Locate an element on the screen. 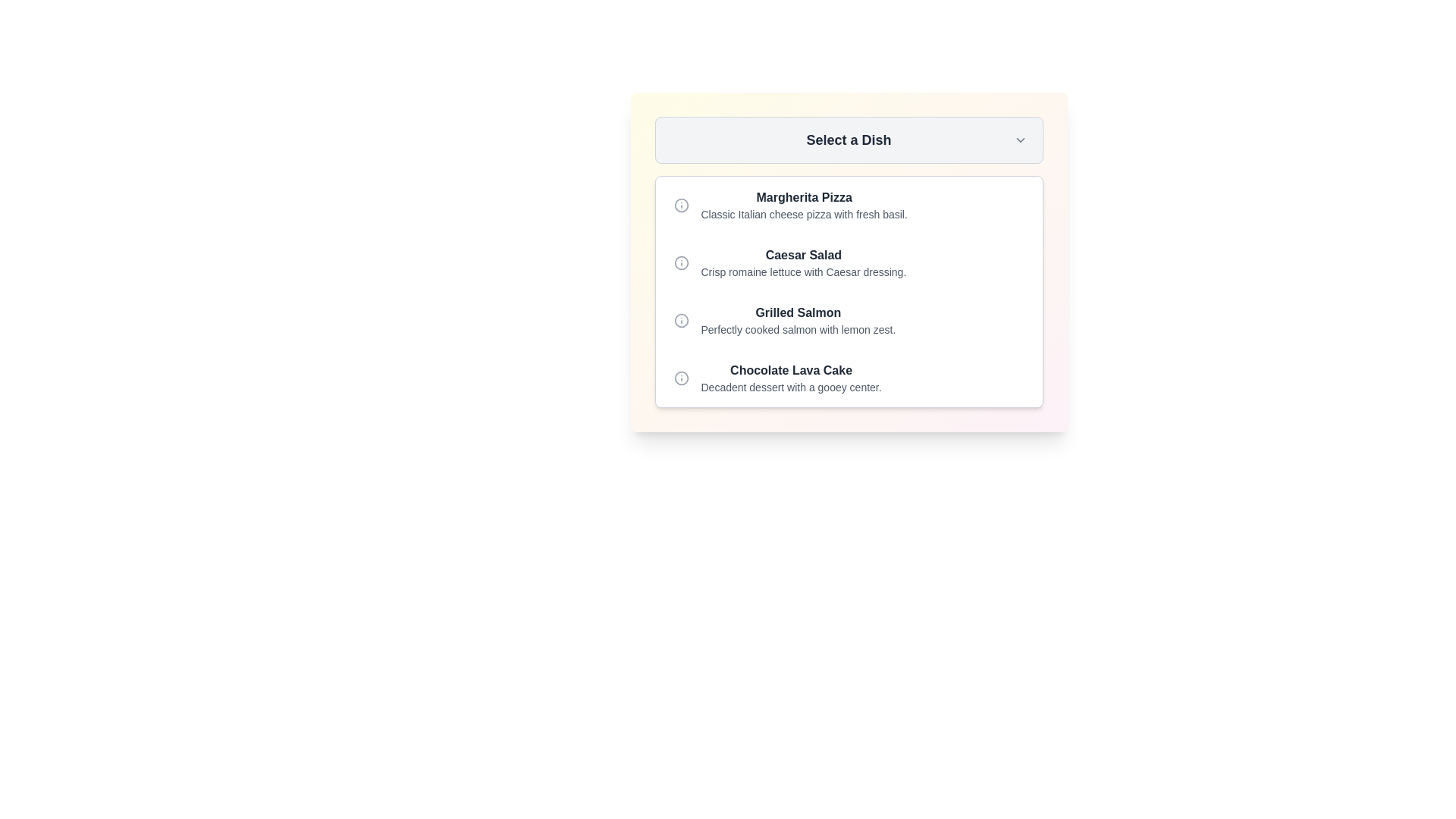 This screenshot has width=1456, height=819. descriptive text located beneath the bold label 'Margherita Pizza', which states: 'Classic Italian cheese pizza with fresh basil.' is located at coordinates (803, 214).